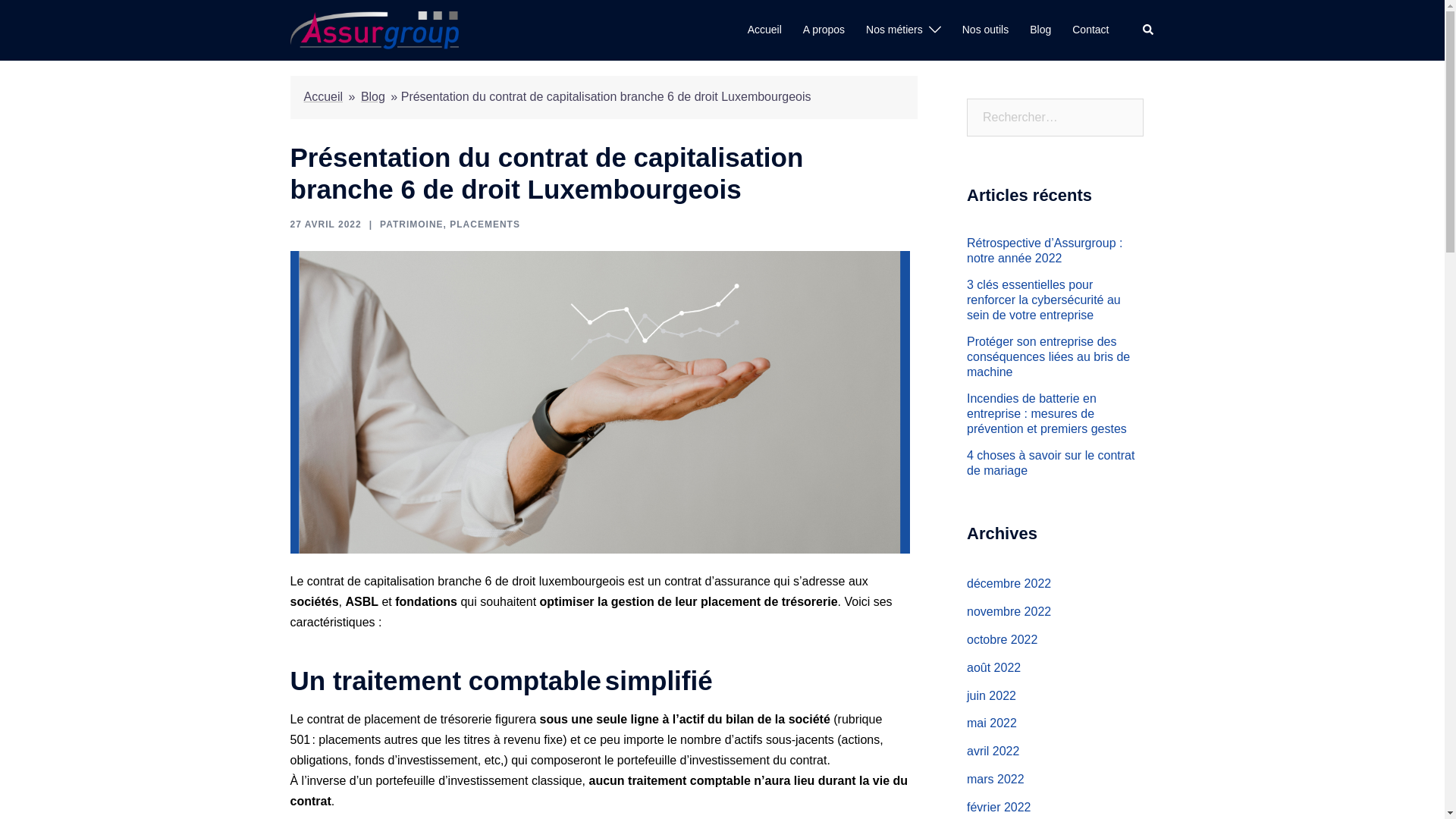  What do you see at coordinates (1009, 610) in the screenshot?
I see `'novembre 2022'` at bounding box center [1009, 610].